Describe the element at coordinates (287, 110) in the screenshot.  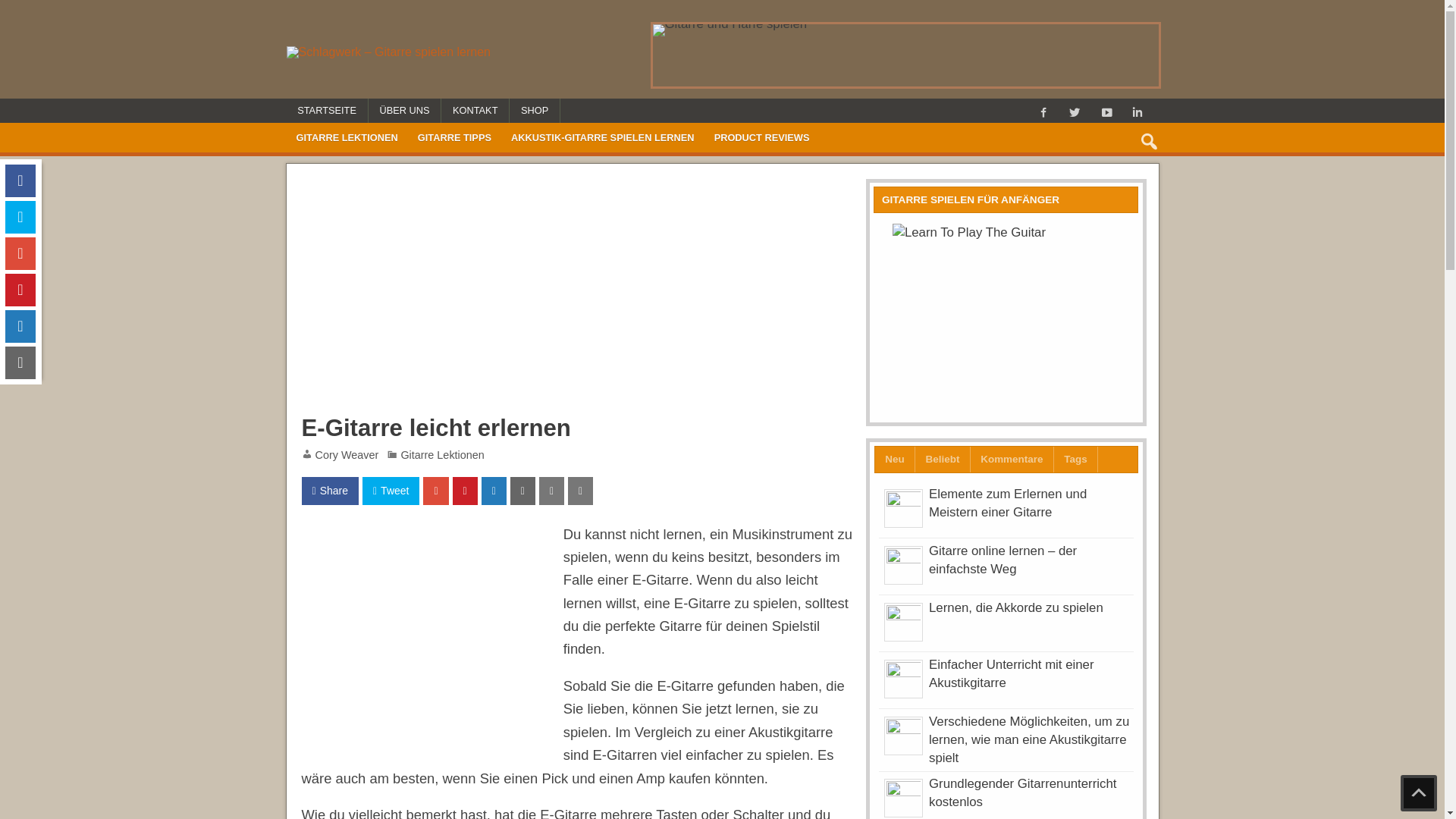
I see `'STARTSEITE'` at that location.